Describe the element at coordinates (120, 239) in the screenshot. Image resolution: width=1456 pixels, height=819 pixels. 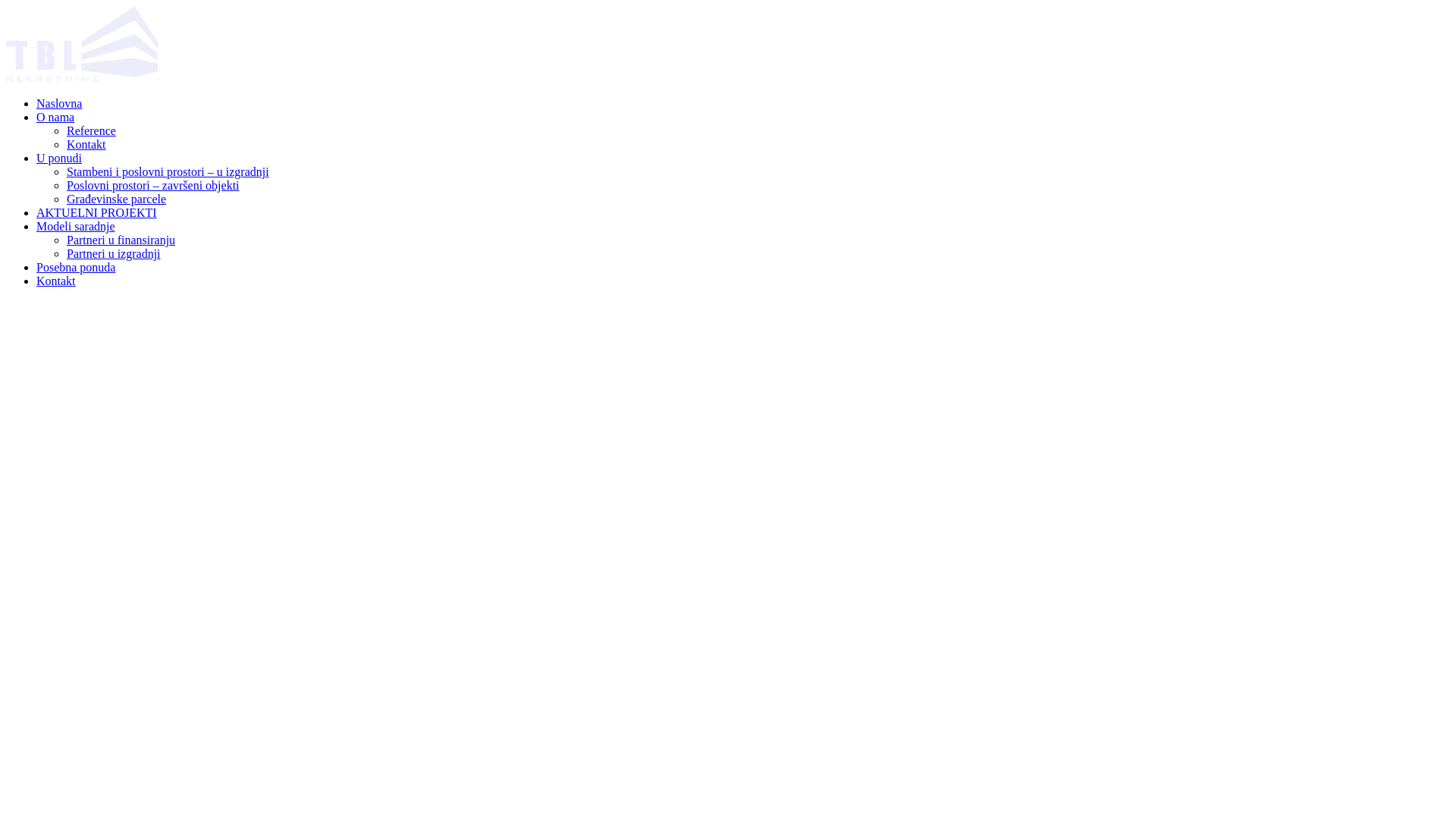
I see `'Partneri u finansiranju'` at that location.